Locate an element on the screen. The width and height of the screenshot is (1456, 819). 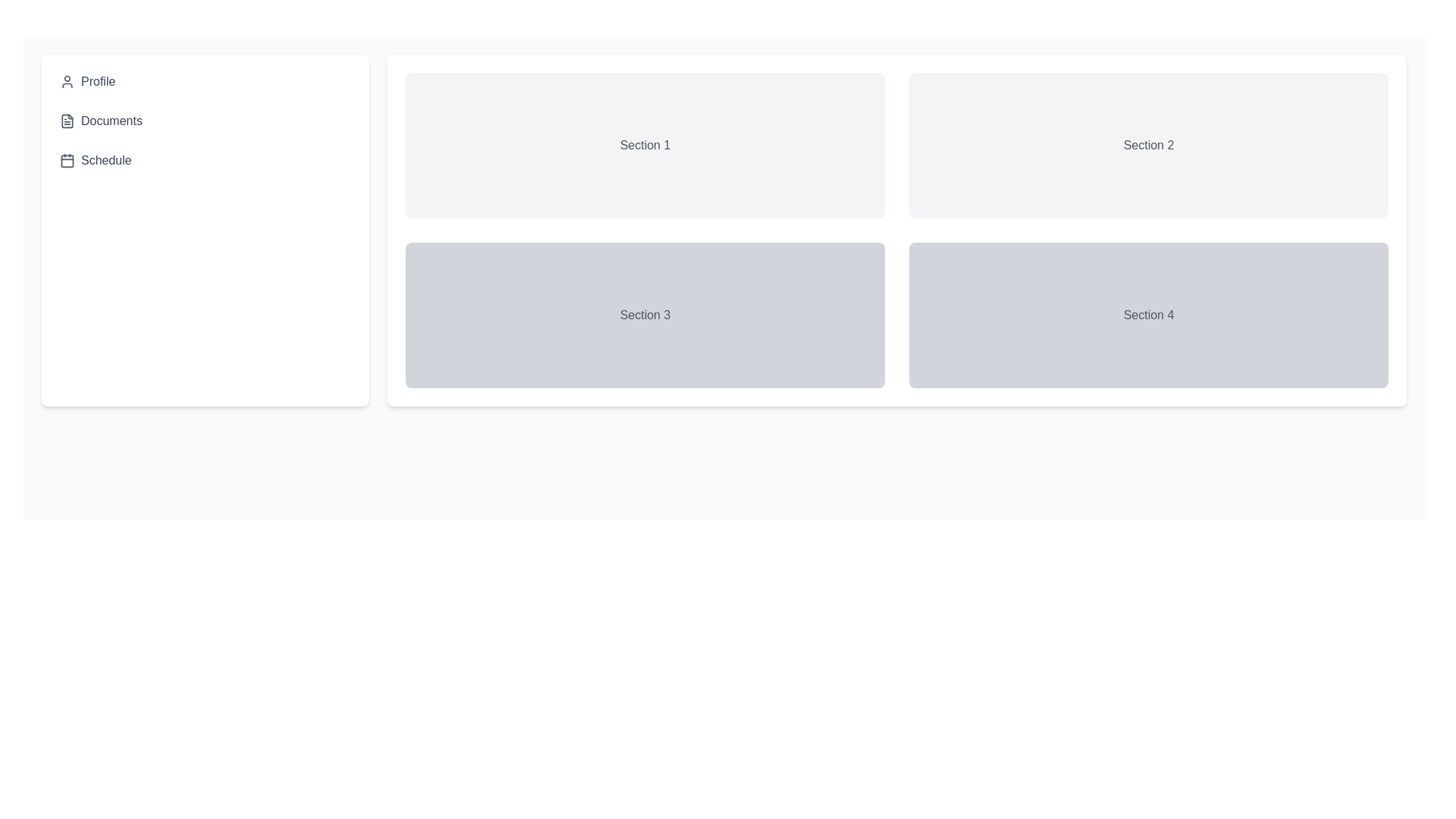
the rectangular section labeled 'Section 3' with a light gray background and rounded corners, located is located at coordinates (645, 315).